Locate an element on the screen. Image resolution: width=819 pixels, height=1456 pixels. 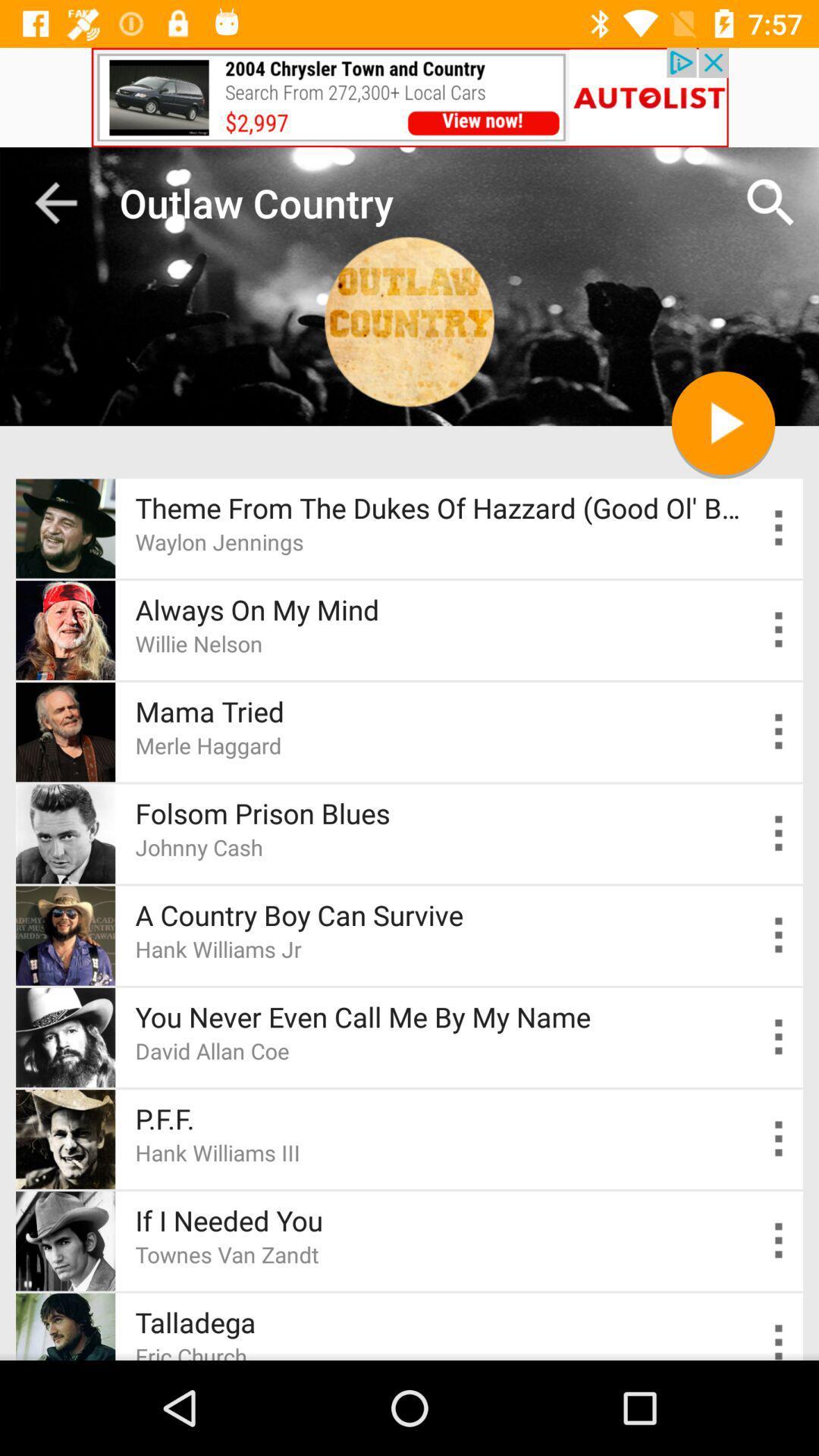
autoplay option is located at coordinates (779, 1241).